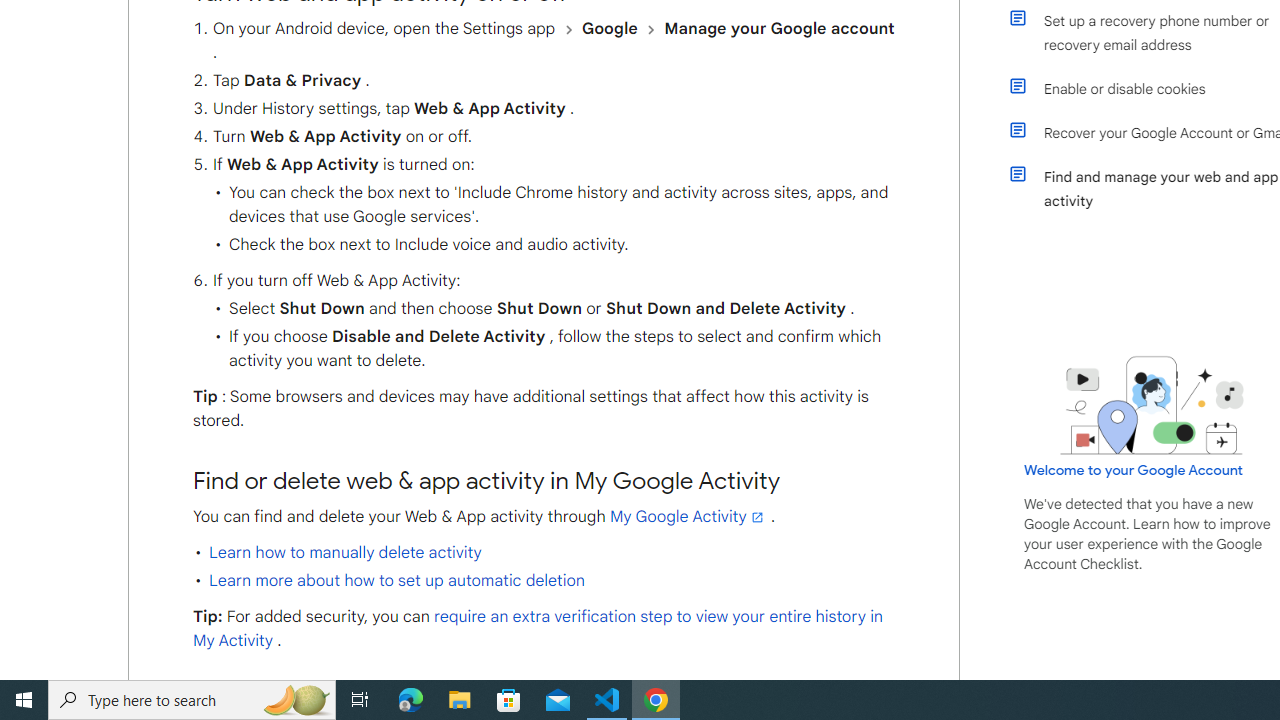  Describe the element at coordinates (396, 581) in the screenshot. I see `'Learn more about how to set up automatic deletion'` at that location.